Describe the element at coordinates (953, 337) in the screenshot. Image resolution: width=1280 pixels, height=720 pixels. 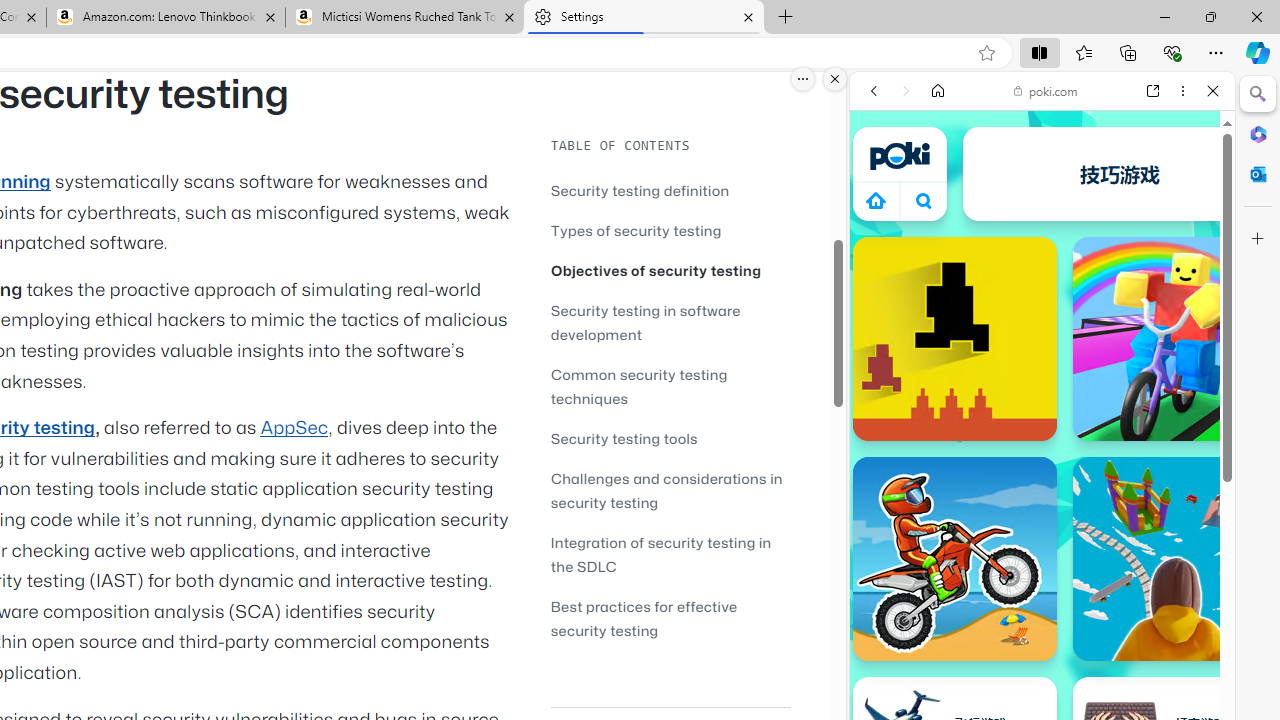
I see `'Level Devil Level Devil'` at that location.